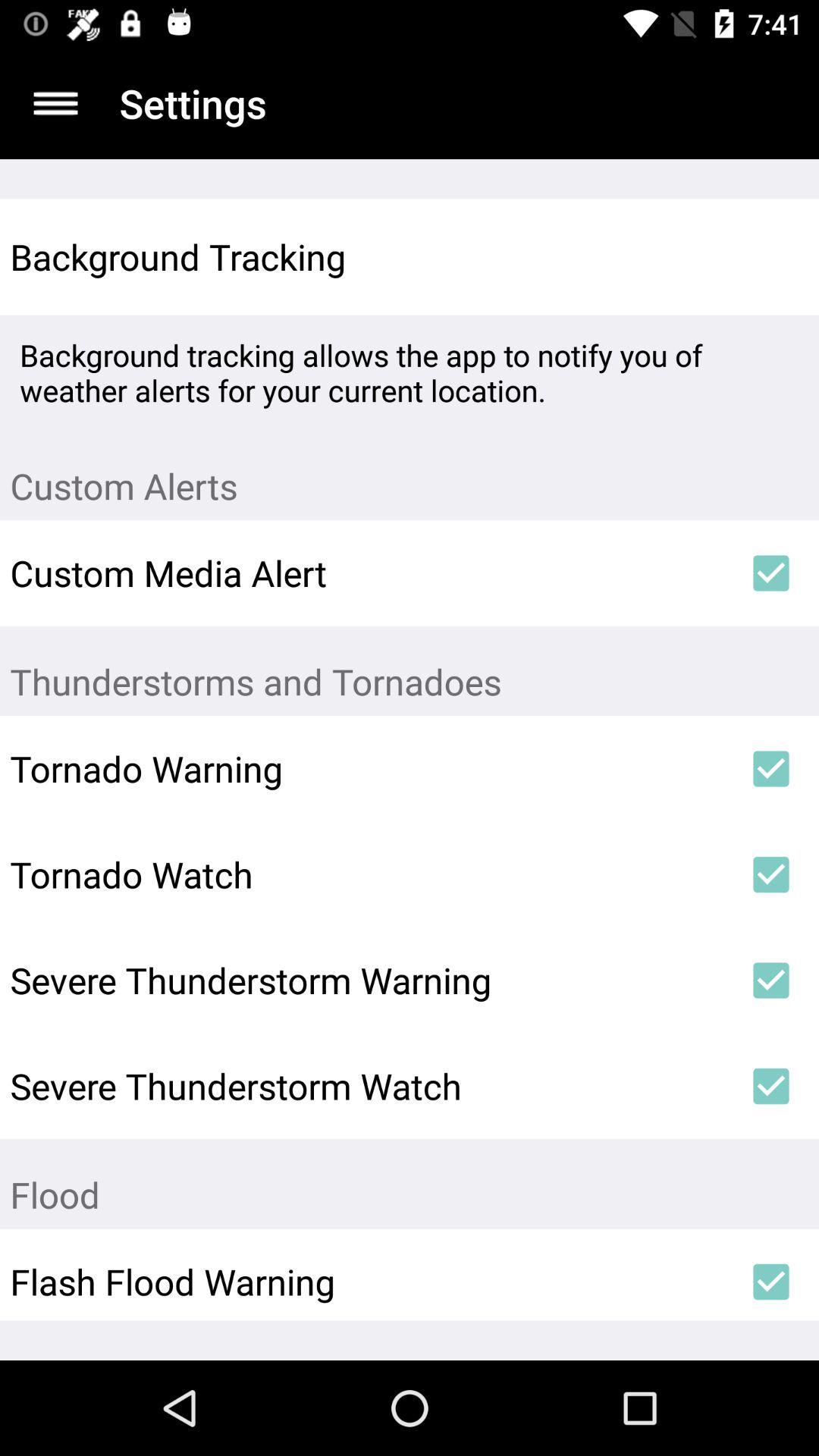  I want to click on see menu, so click(55, 102).